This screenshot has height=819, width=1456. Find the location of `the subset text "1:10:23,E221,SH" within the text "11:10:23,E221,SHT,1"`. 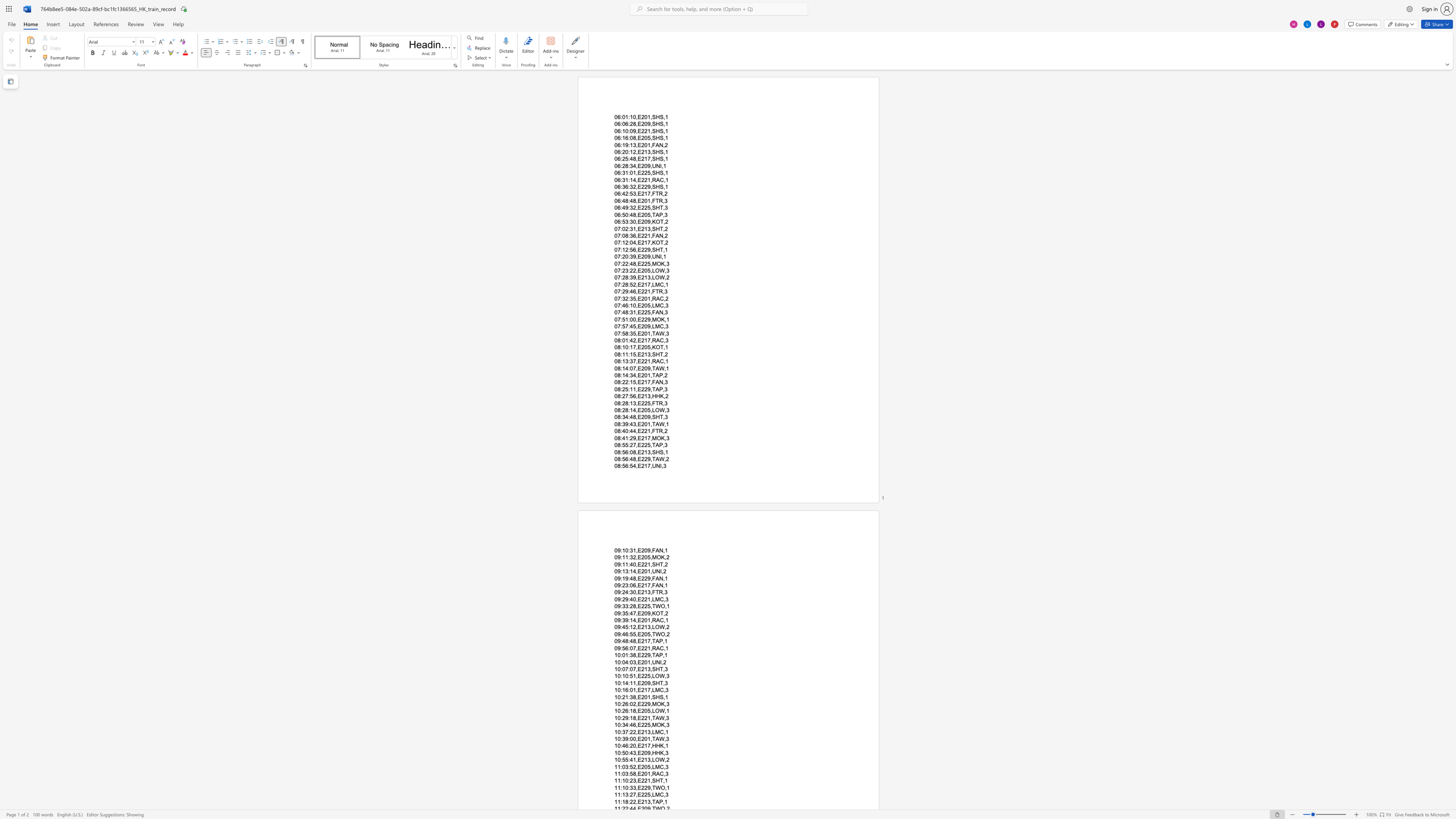

the subset text "1:10:23,E221,SH" within the text "11:10:23,E221,SHT,1" is located at coordinates (617, 781).